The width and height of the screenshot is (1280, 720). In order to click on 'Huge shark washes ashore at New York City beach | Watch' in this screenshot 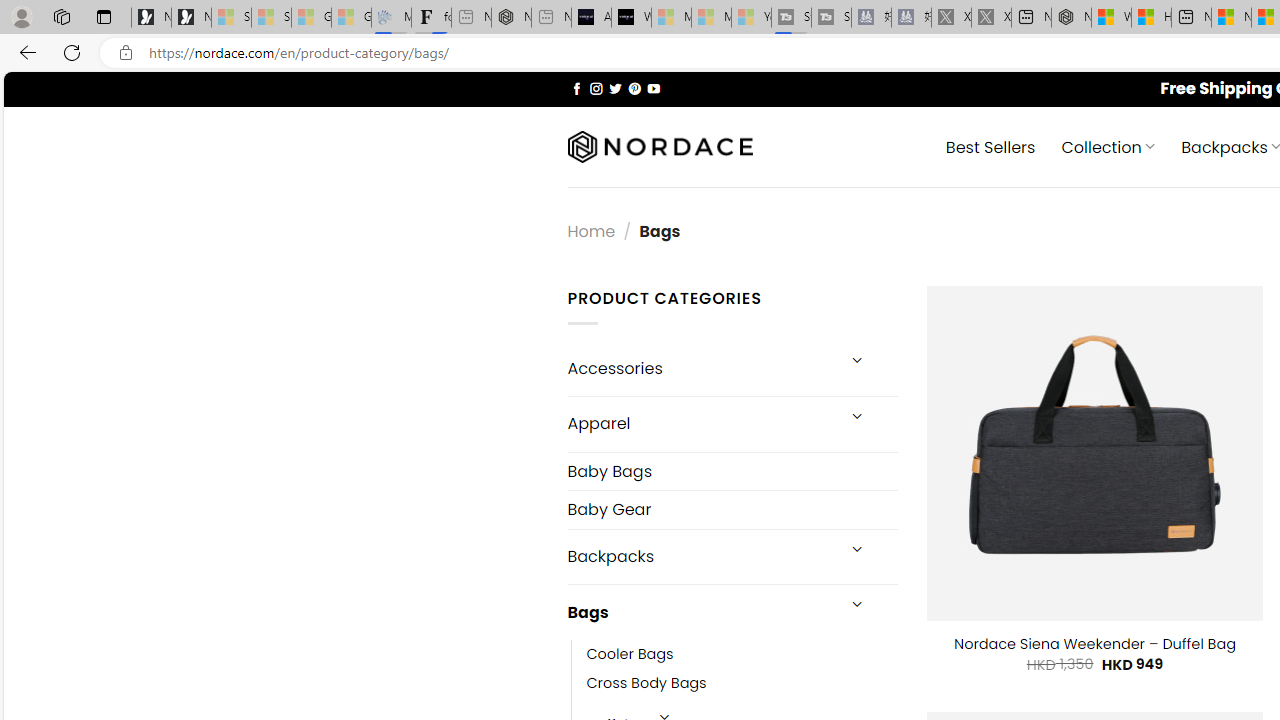, I will do `click(1151, 17)`.